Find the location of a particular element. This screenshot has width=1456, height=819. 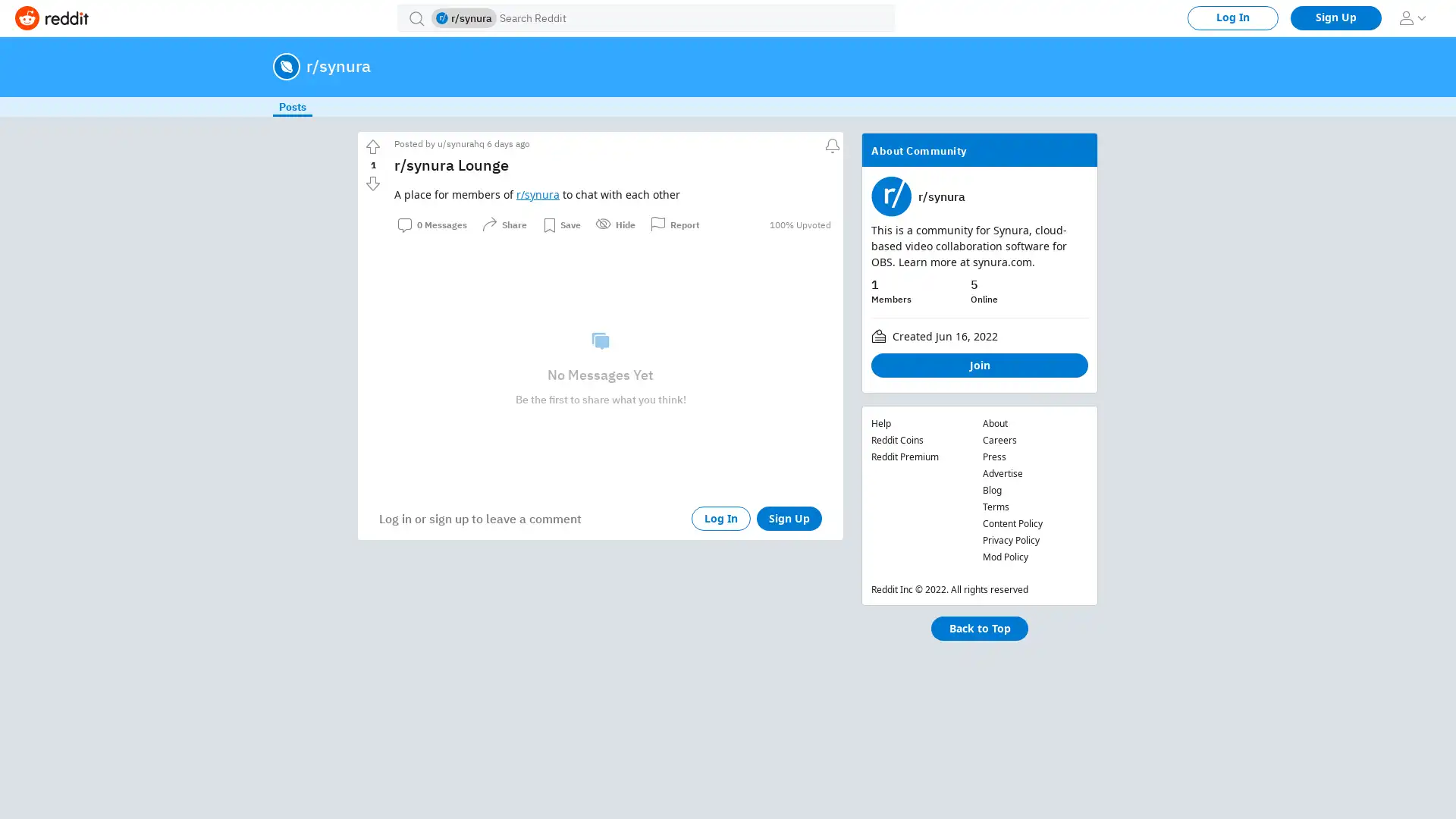

Log In is located at coordinates (720, 517).